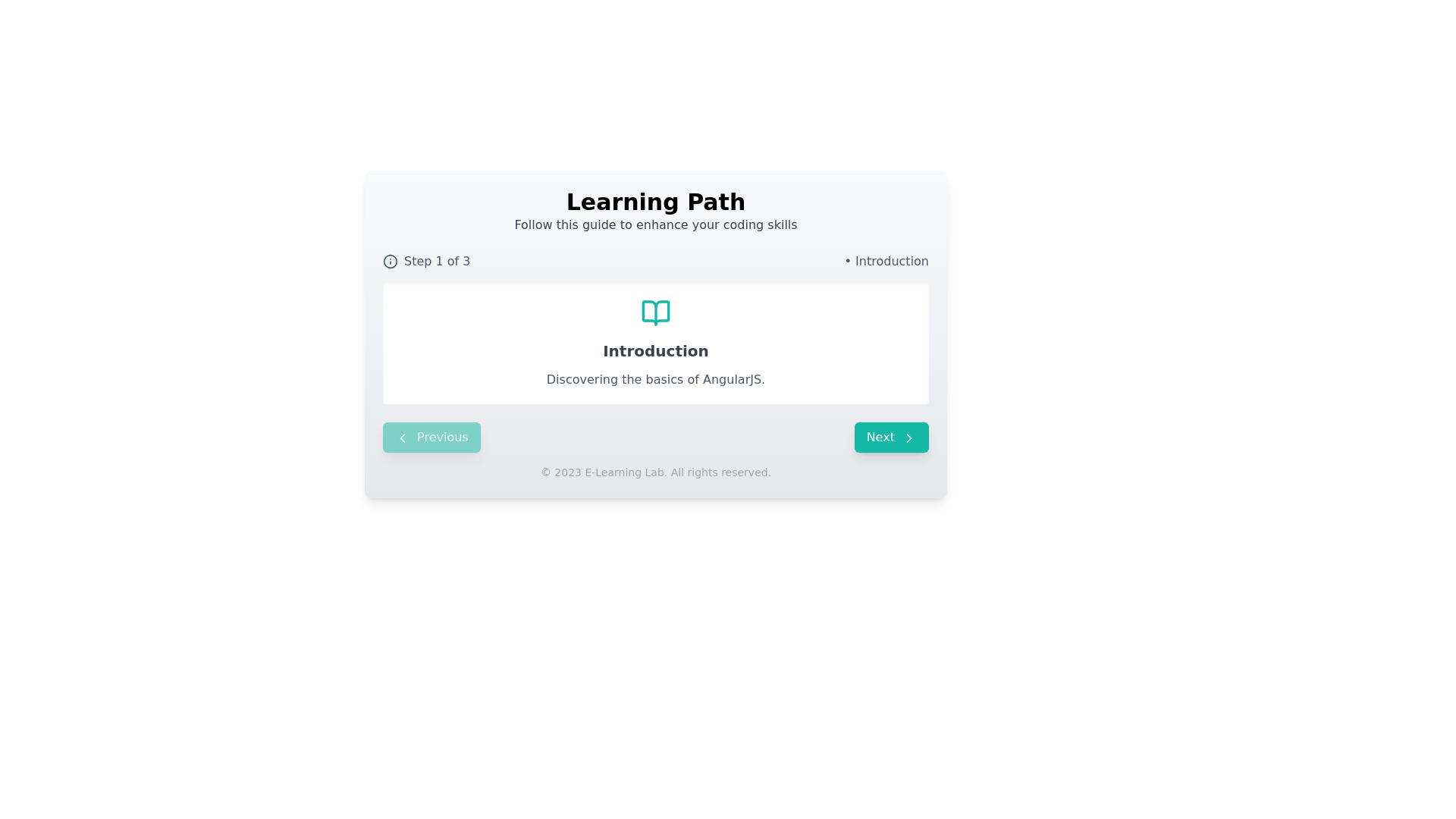  What do you see at coordinates (431, 438) in the screenshot?
I see `the 'Previous' button, which is a rectangular button with white text on a teal background, located at the bottom-left of a card interface` at bounding box center [431, 438].